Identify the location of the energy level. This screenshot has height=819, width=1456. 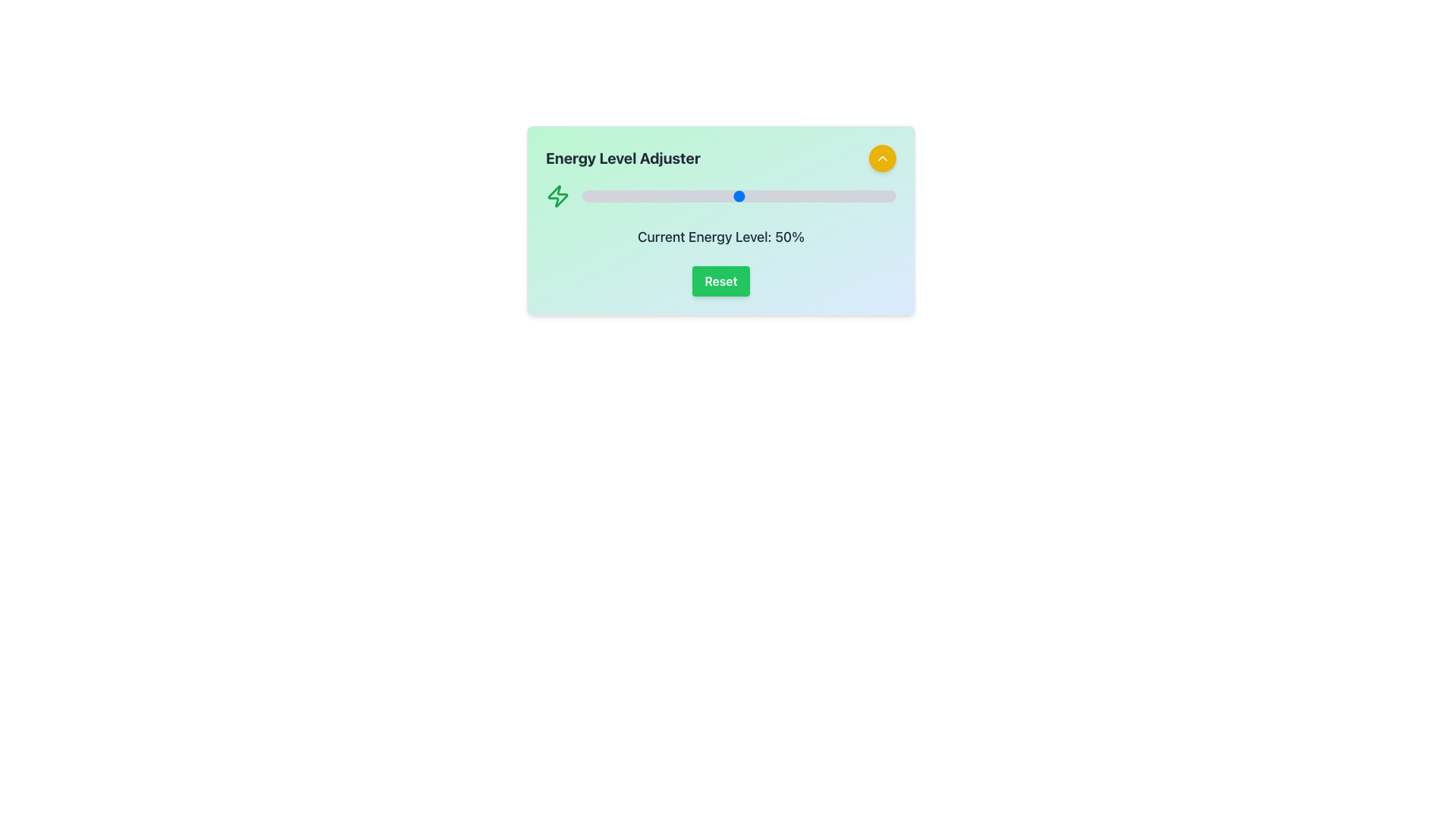
(720, 195).